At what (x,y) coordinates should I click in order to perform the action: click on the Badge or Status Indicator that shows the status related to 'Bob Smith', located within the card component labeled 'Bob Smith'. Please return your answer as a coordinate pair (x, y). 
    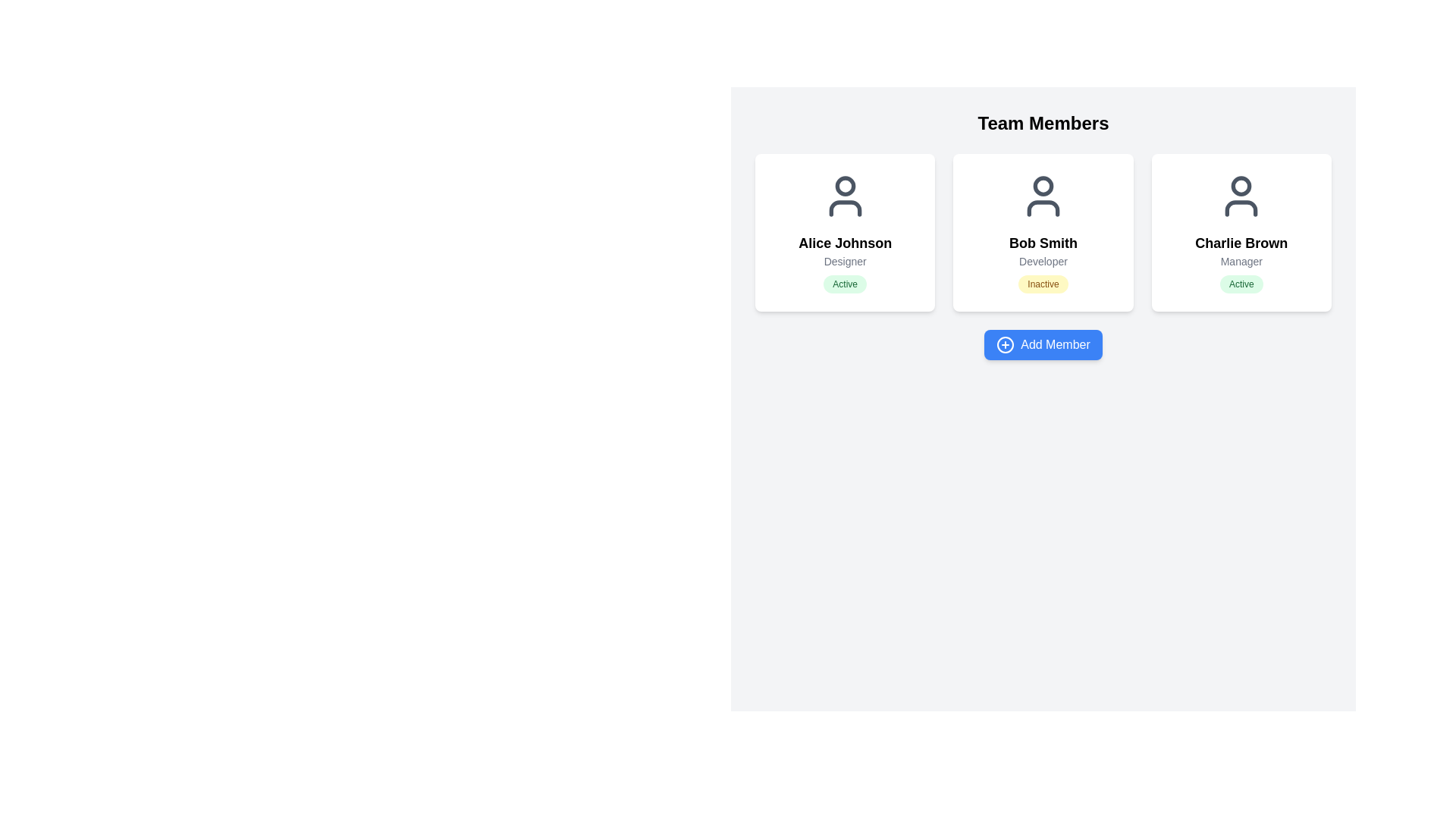
    Looking at the image, I should click on (1043, 284).